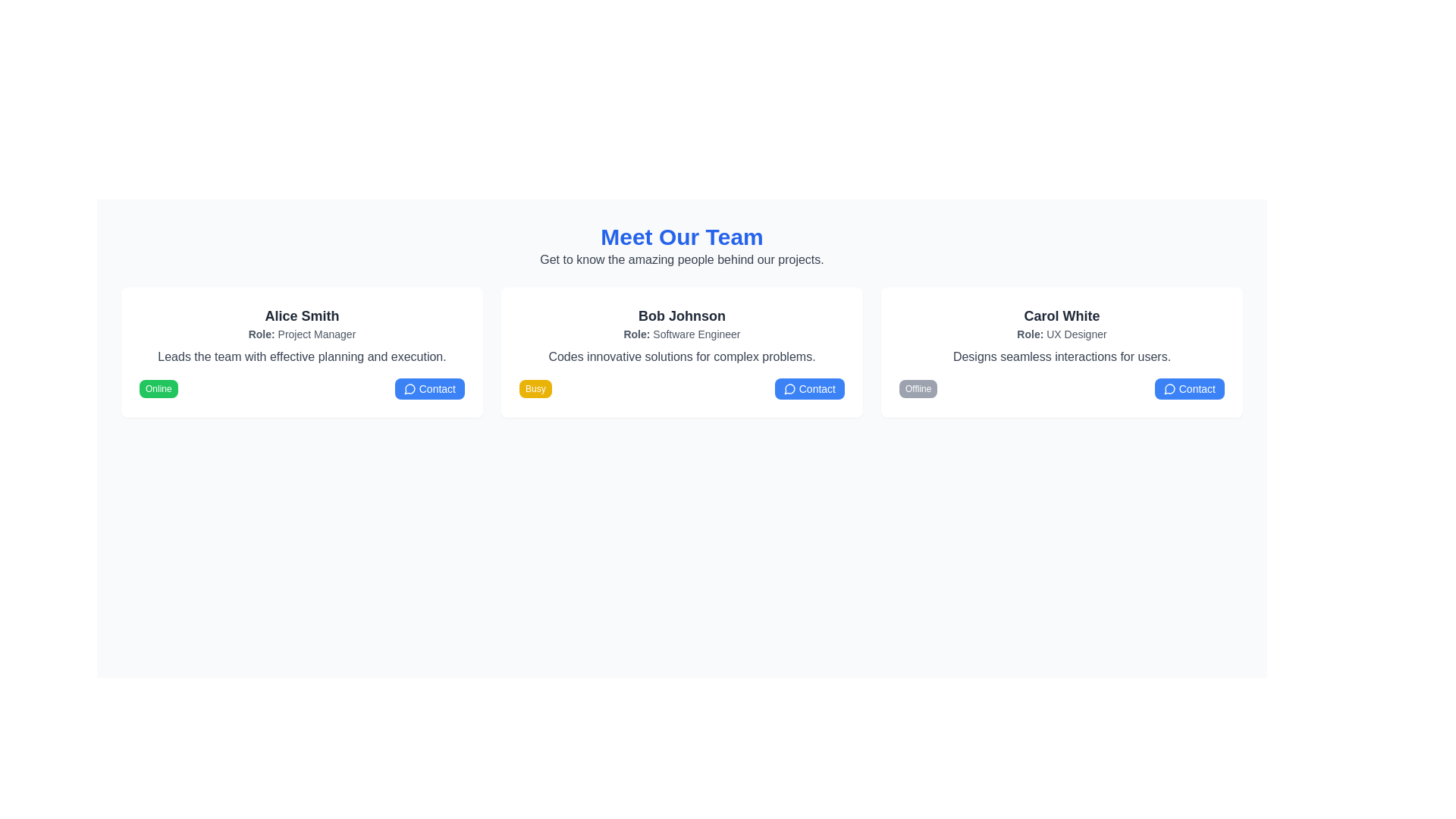 This screenshot has height=819, width=1456. What do you see at coordinates (262, 333) in the screenshot?
I see `the static text label that introduces the role of 'Project Manager' for 'Alice Smith' located in the leftmost card` at bounding box center [262, 333].